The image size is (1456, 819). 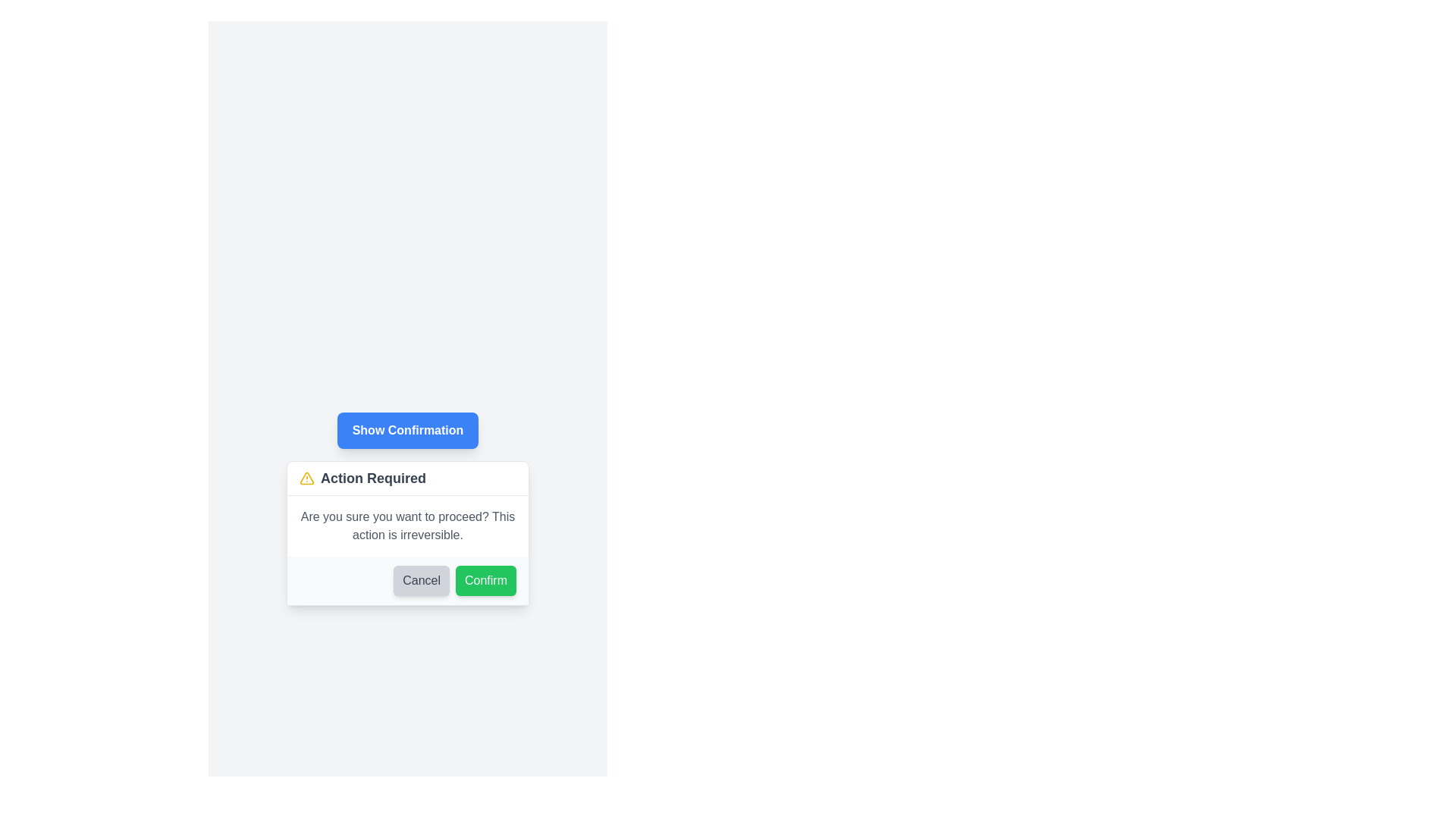 I want to click on warning or confirmation message displayed in the text block within the modal dialog titled 'Action Required', so click(x=407, y=526).